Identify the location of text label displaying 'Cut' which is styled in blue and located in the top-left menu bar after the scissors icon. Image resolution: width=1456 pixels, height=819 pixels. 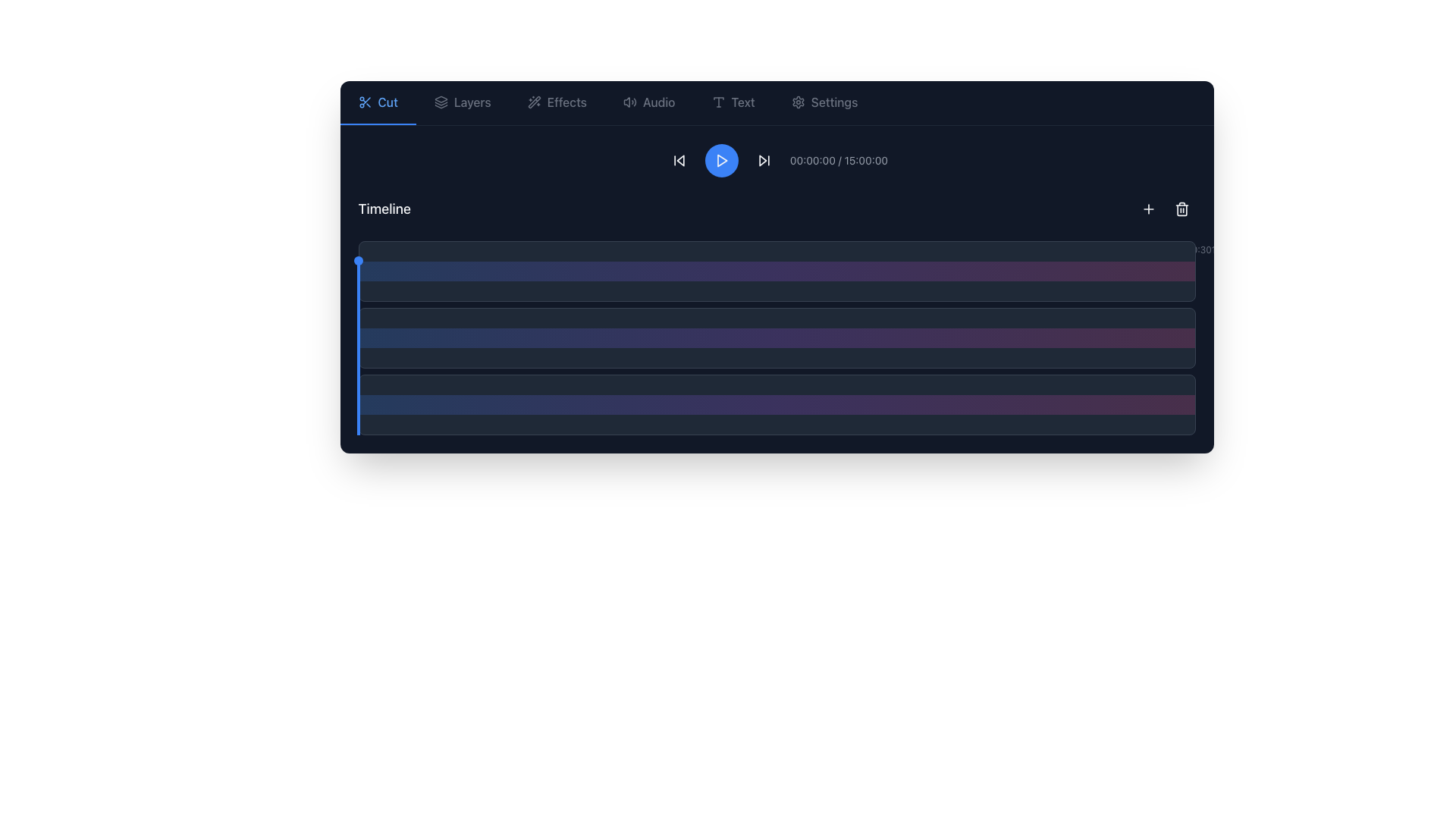
(388, 102).